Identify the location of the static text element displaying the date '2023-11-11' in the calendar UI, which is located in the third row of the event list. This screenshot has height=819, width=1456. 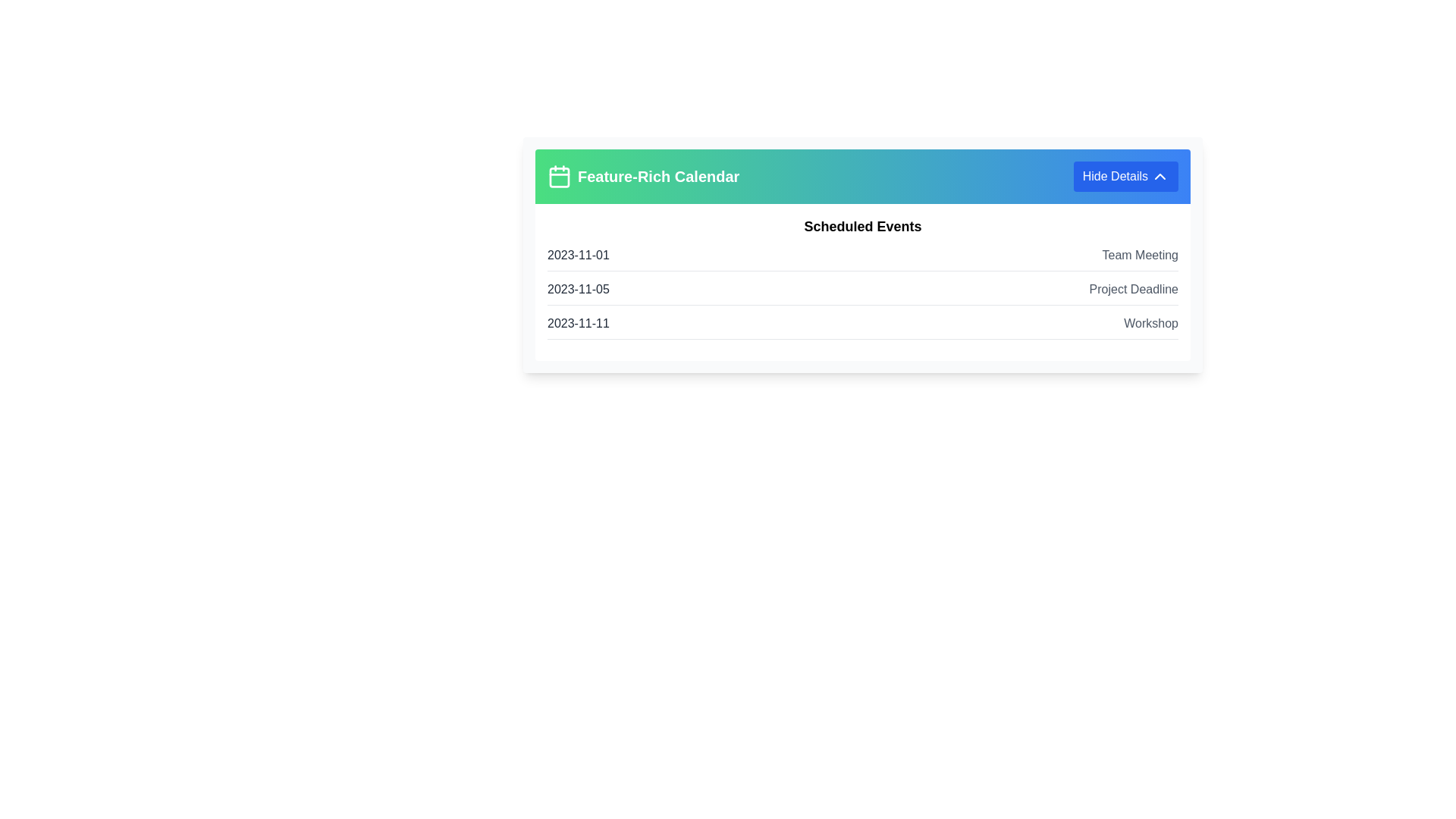
(578, 323).